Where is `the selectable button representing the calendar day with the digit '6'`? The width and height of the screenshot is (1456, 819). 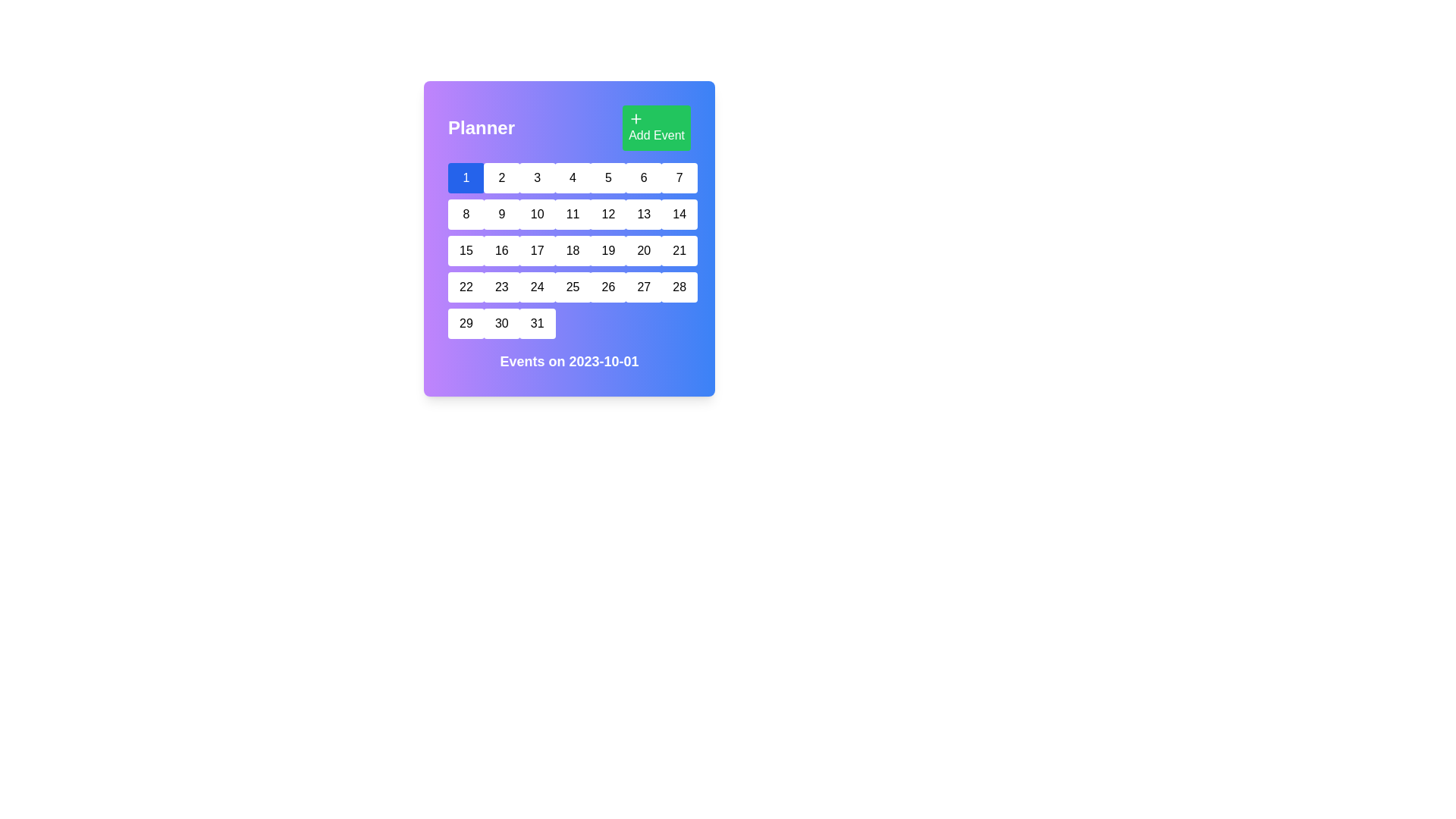 the selectable button representing the calendar day with the digit '6' is located at coordinates (644, 177).